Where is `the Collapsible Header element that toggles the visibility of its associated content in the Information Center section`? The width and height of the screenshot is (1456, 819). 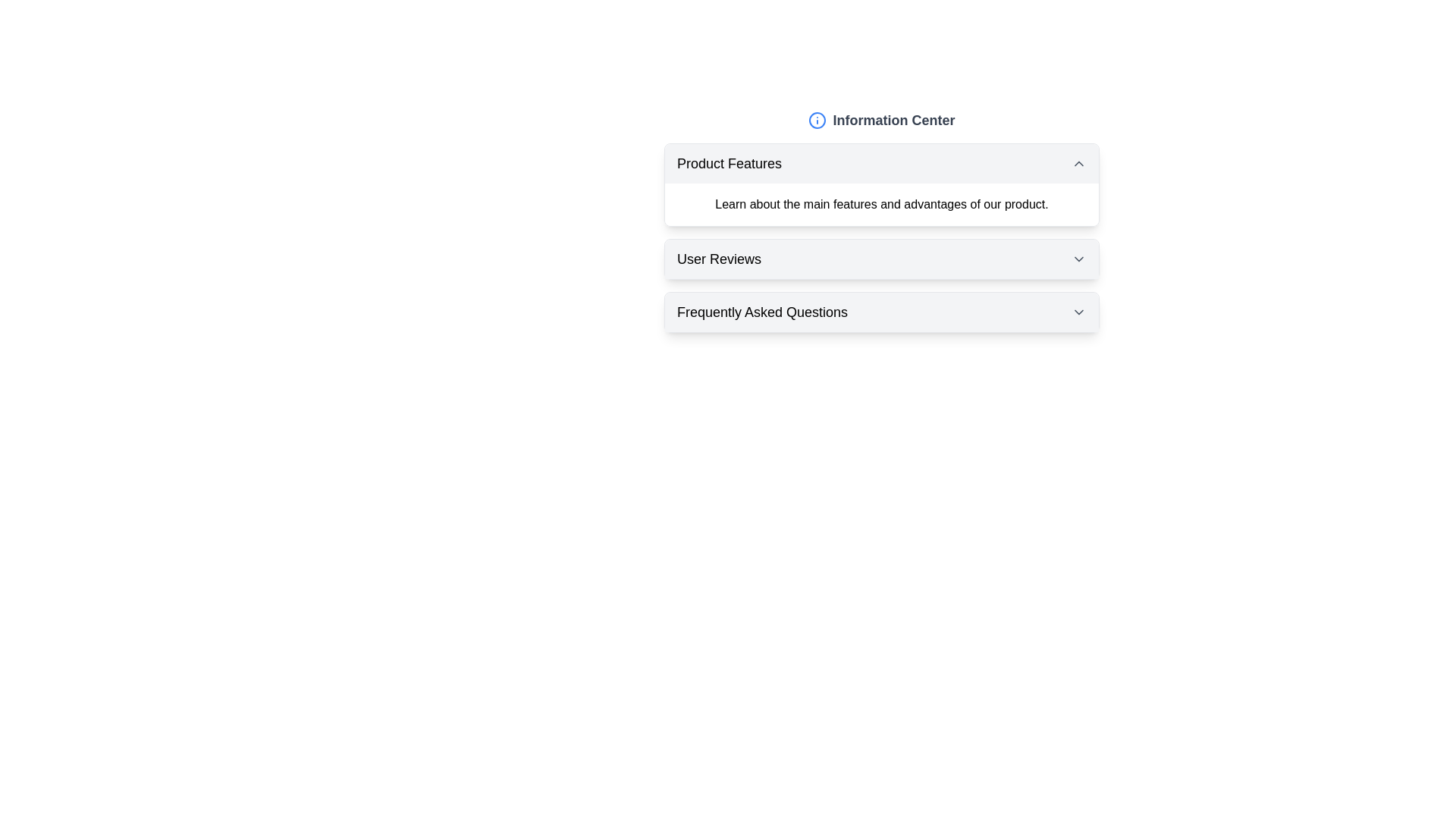 the Collapsible Header element that toggles the visibility of its associated content in the Information Center section is located at coordinates (881, 259).